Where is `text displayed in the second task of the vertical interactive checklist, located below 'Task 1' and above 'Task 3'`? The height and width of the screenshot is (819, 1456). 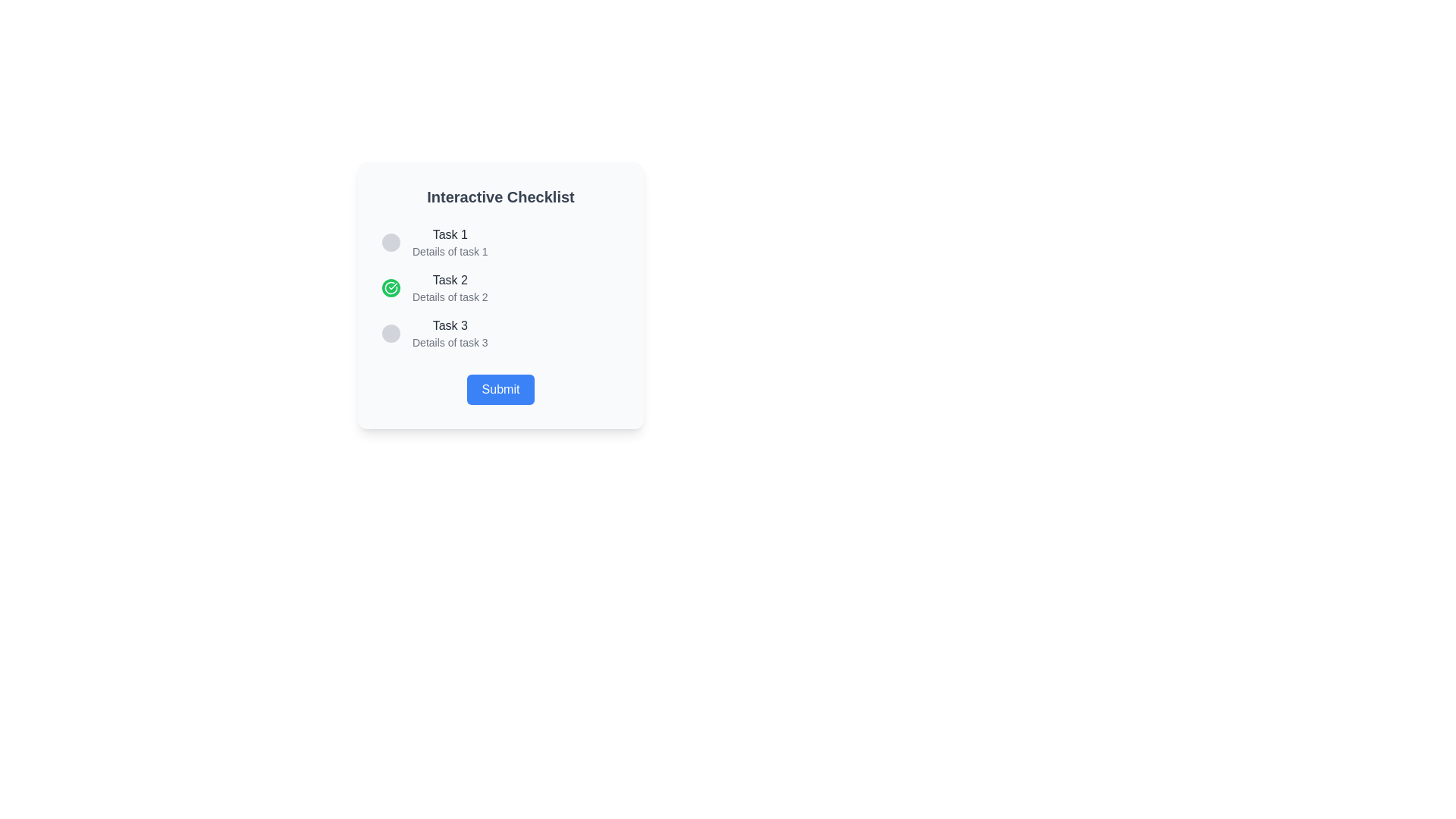
text displayed in the second task of the vertical interactive checklist, located below 'Task 1' and above 'Task 3' is located at coordinates (449, 288).